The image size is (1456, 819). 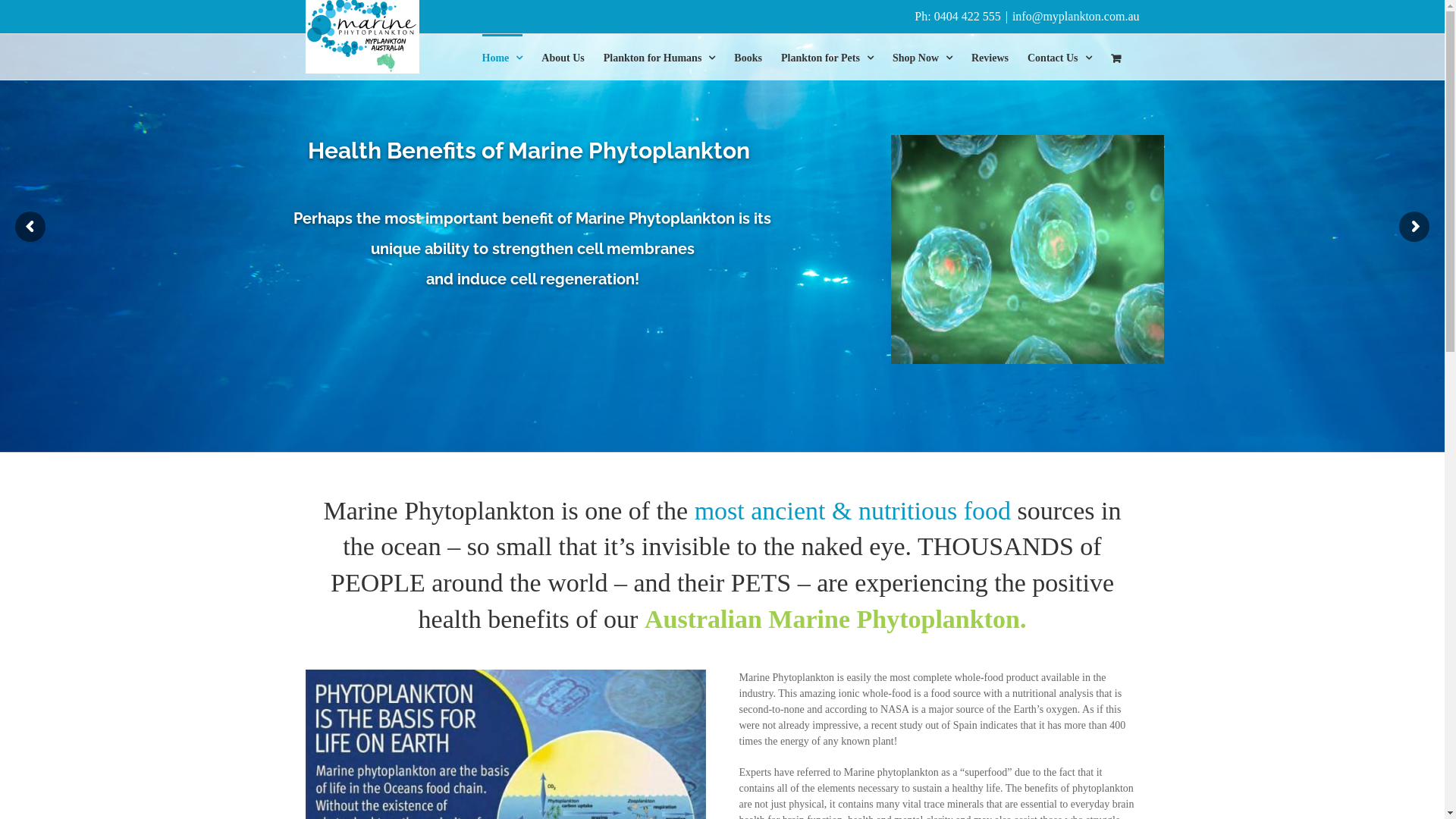 I want to click on 'Ph: 0404 422 555', so click(x=956, y=16).